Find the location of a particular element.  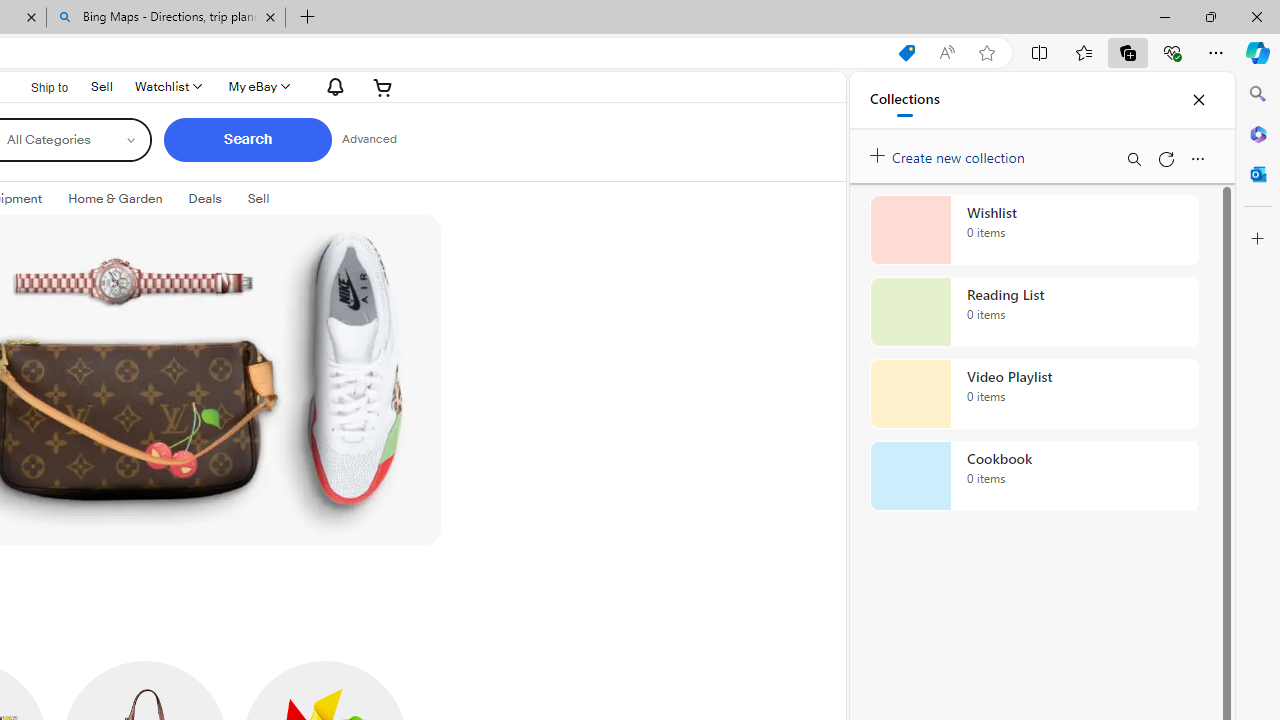

'Advanced Search' is located at coordinates (369, 139).